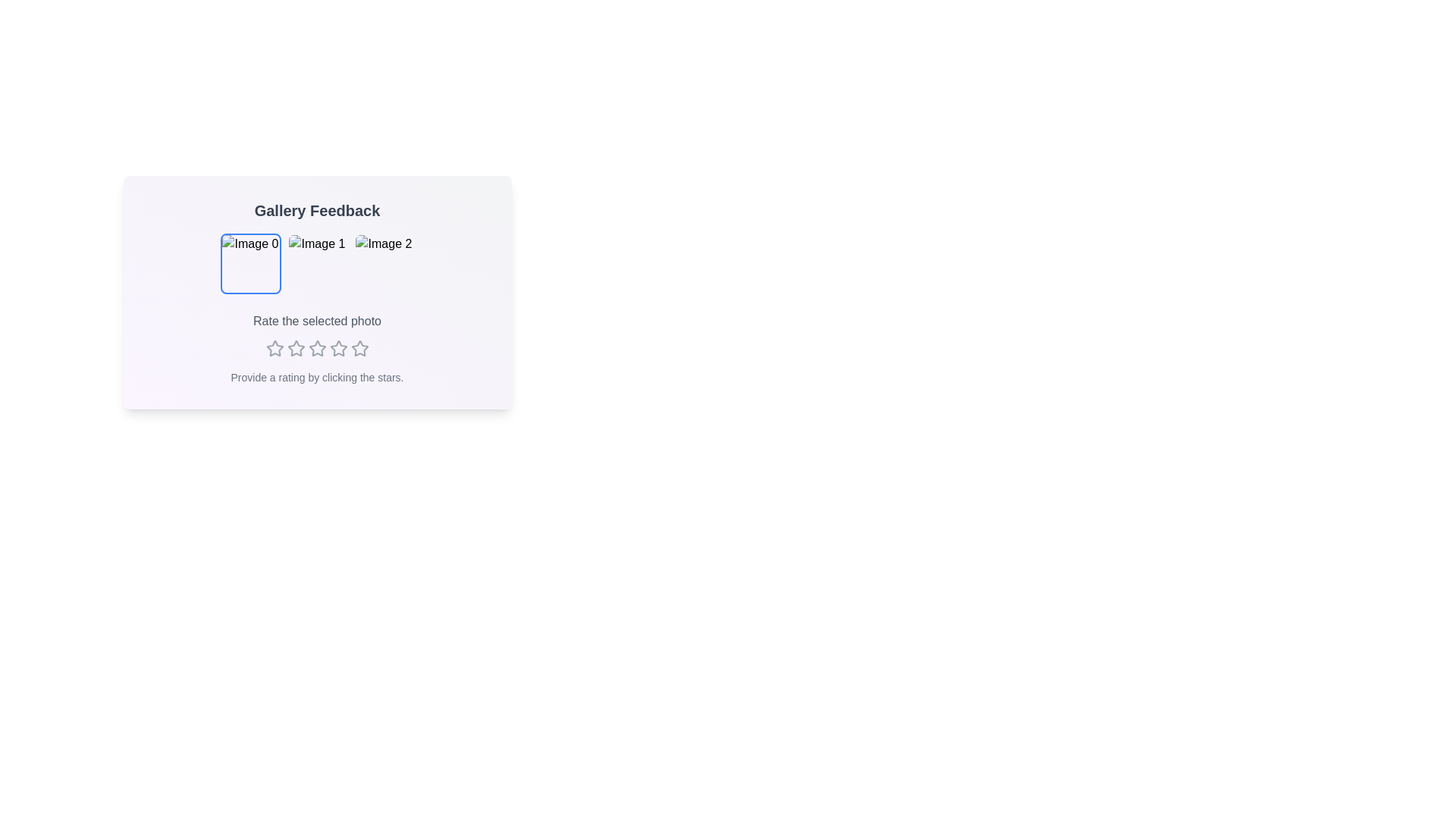 The height and width of the screenshot is (819, 1456). What do you see at coordinates (296, 348) in the screenshot?
I see `the second star from the left in the horizontal row of five stars used for rating a photo` at bounding box center [296, 348].